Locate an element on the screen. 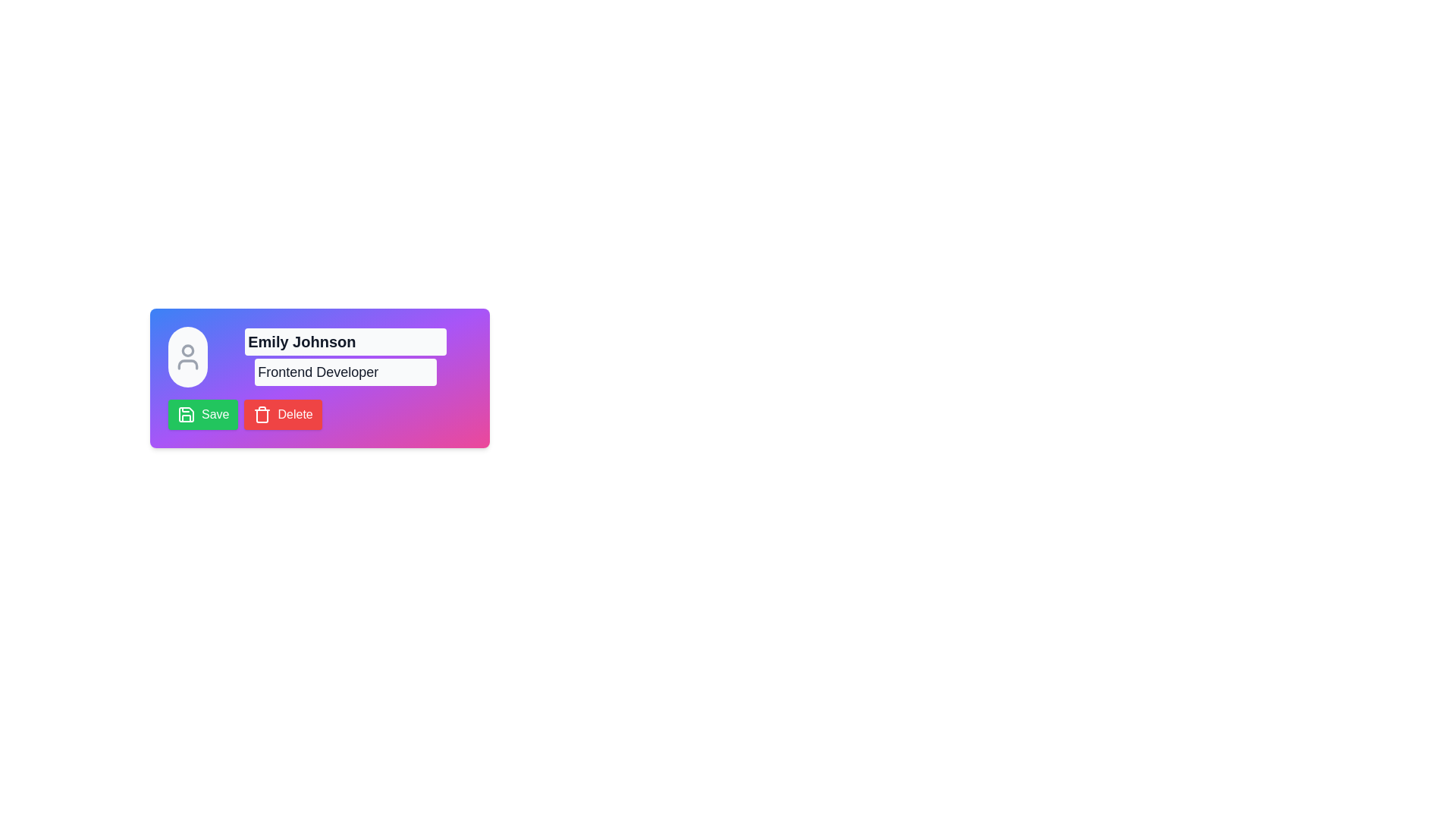 The width and height of the screenshot is (1456, 819). the Circle with a user placeholder icon, which is located at the top-left corner of the card and serves as a visual representation of the user's profile is located at coordinates (187, 356).